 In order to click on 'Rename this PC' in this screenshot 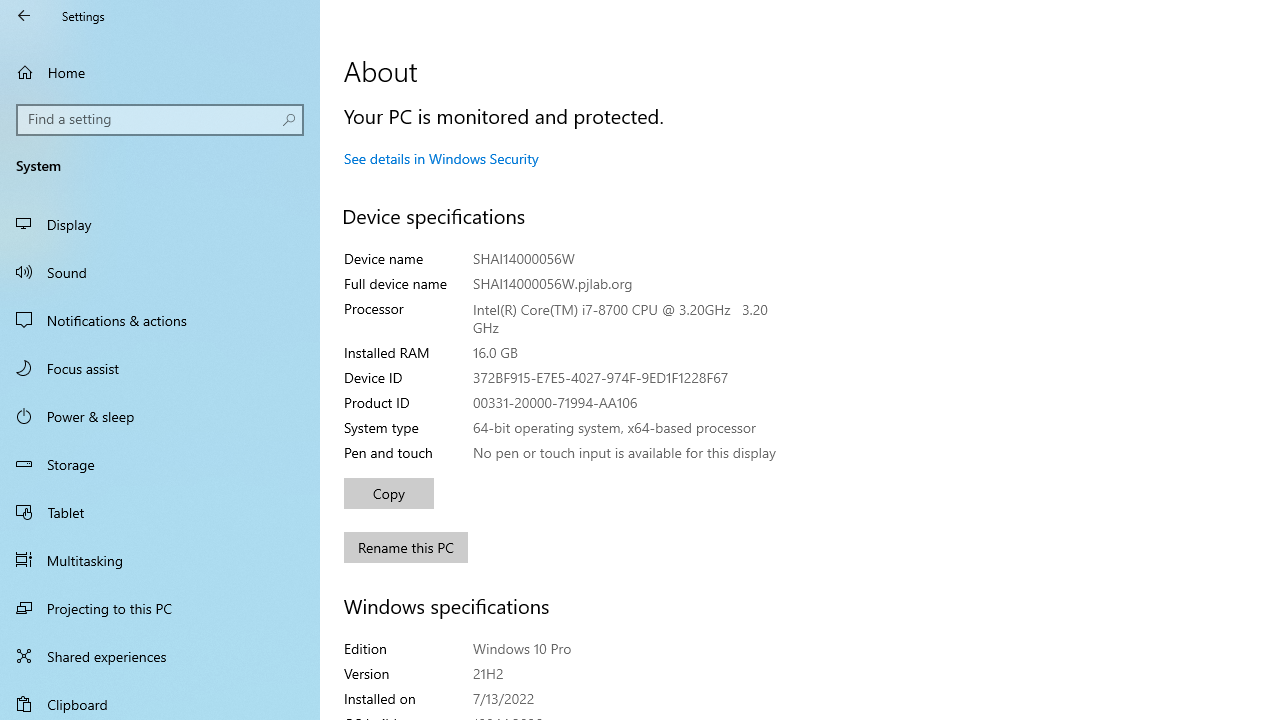, I will do `click(405, 547)`.